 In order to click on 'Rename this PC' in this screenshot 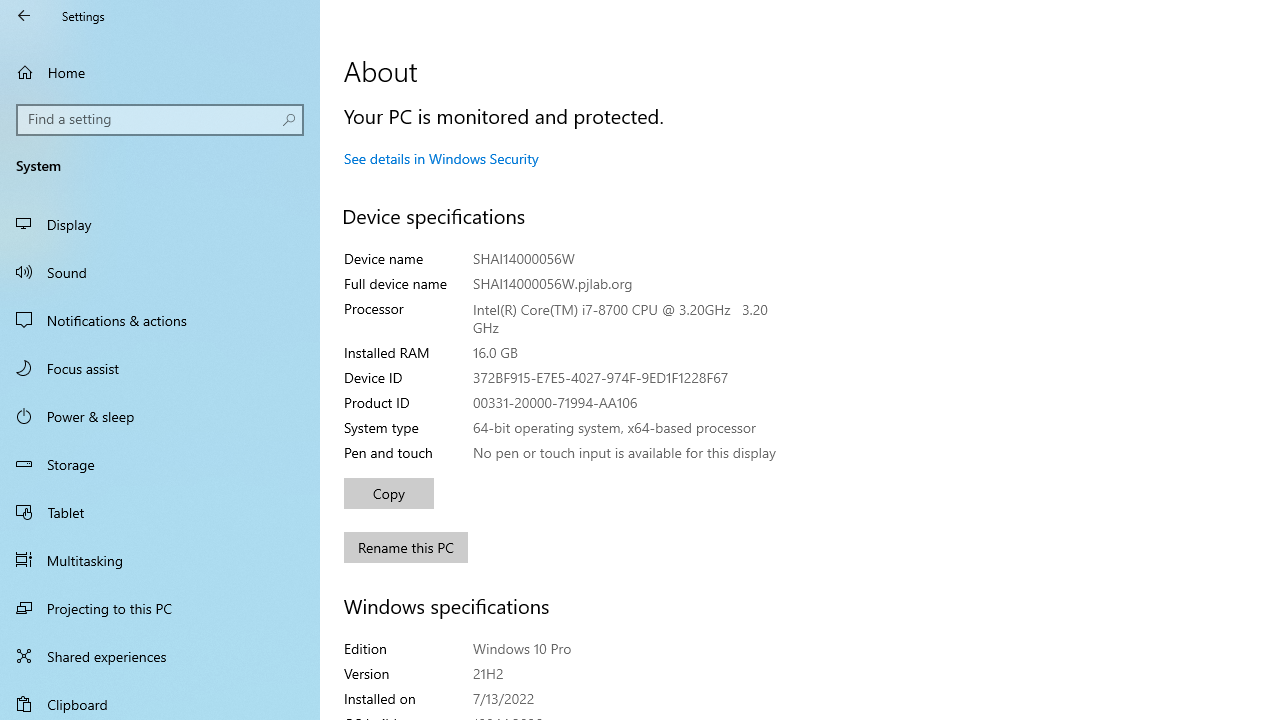, I will do `click(405, 547)`.